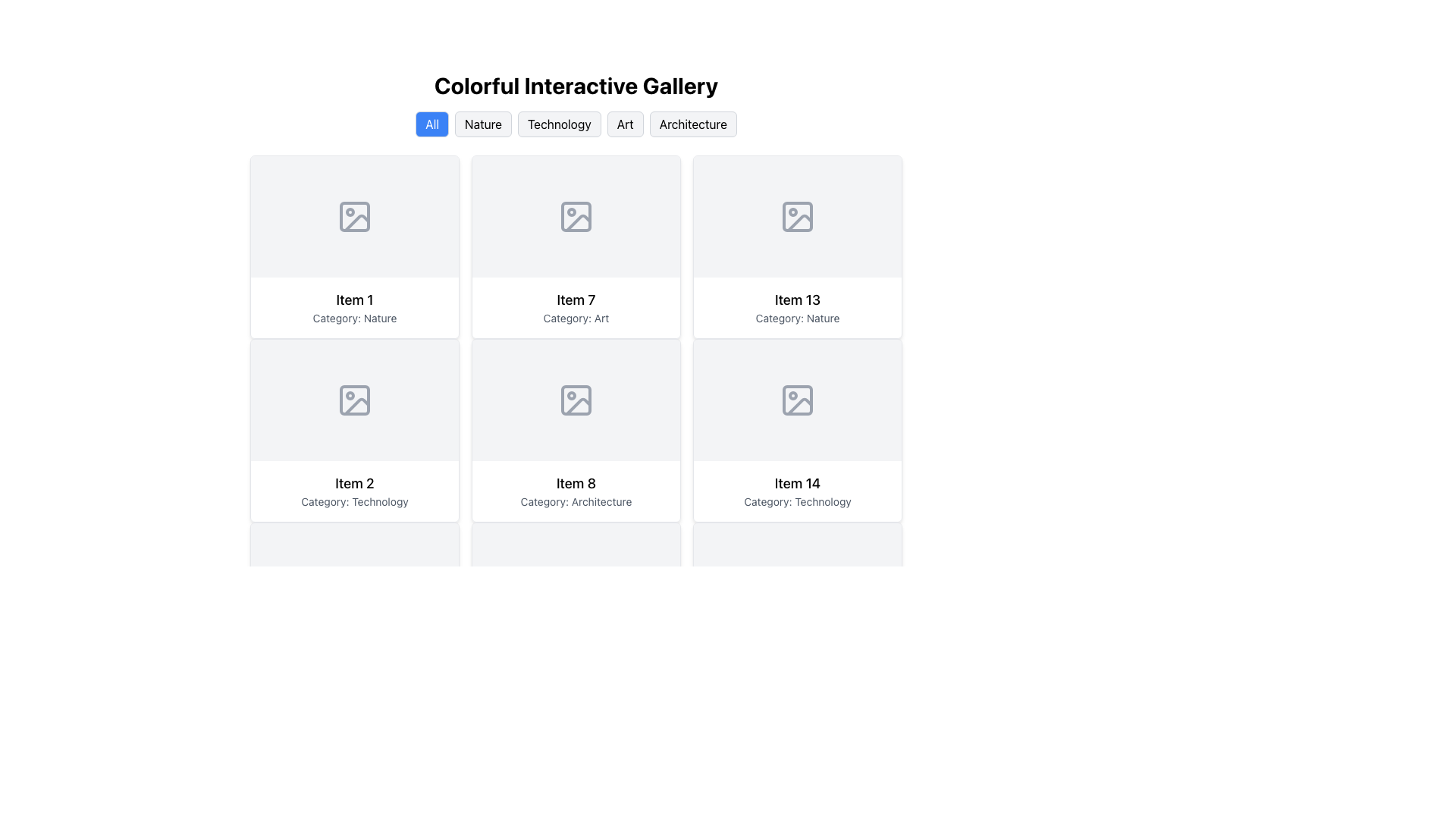  I want to click on the visual decorative element with a gray outline and rounded corners, part of the icon indicating absence of an image, located in 'Item 2' of the grid layout, so click(353, 400).